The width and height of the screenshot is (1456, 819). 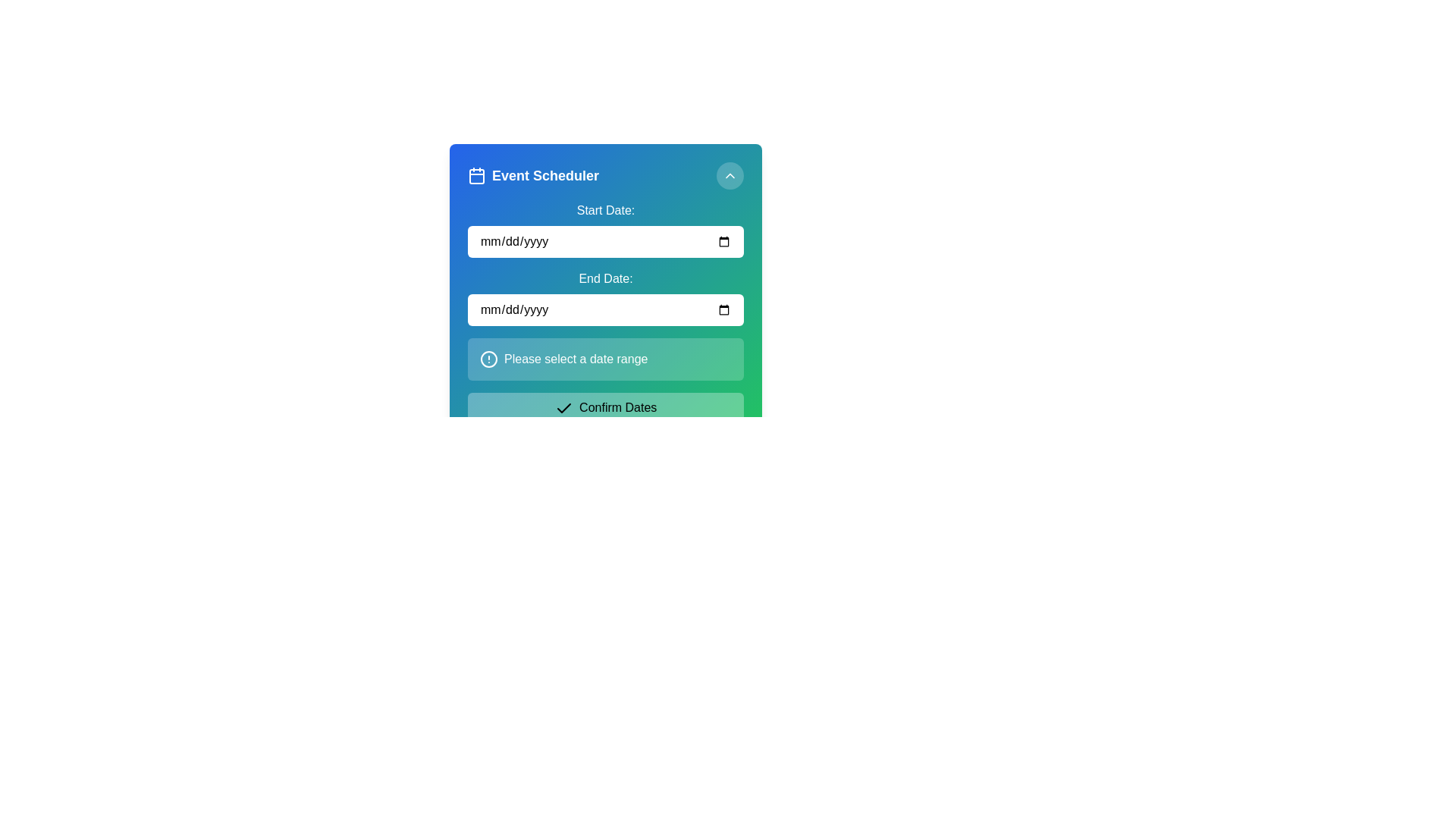 What do you see at coordinates (488, 359) in the screenshot?
I see `the small circular icon located to the left of the text 'Please select a date range', which features an outlined circle and a dot inside, within a notification component` at bounding box center [488, 359].